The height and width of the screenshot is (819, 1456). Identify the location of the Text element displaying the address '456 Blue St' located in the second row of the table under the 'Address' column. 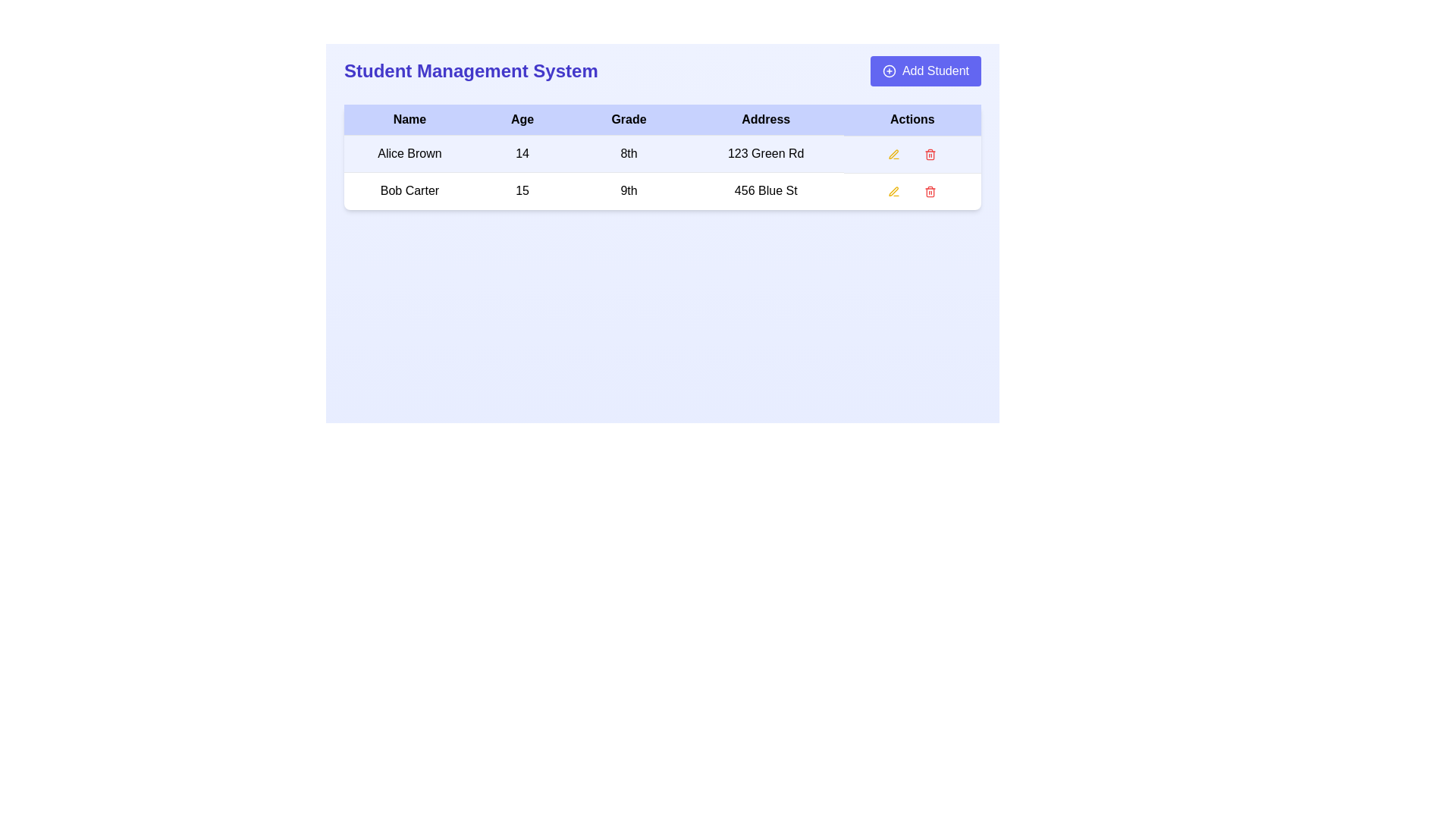
(766, 190).